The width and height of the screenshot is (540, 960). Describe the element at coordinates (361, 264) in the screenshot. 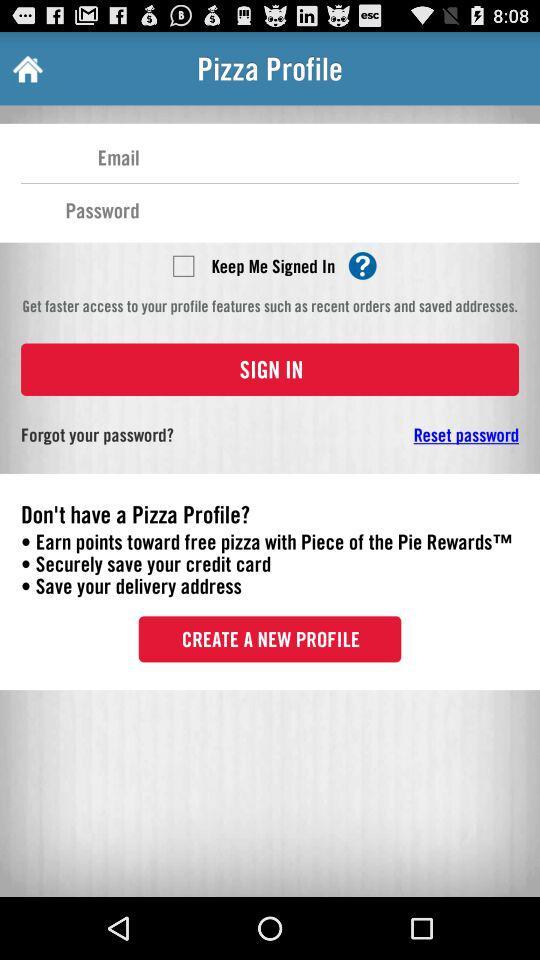

I see `find more details` at that location.